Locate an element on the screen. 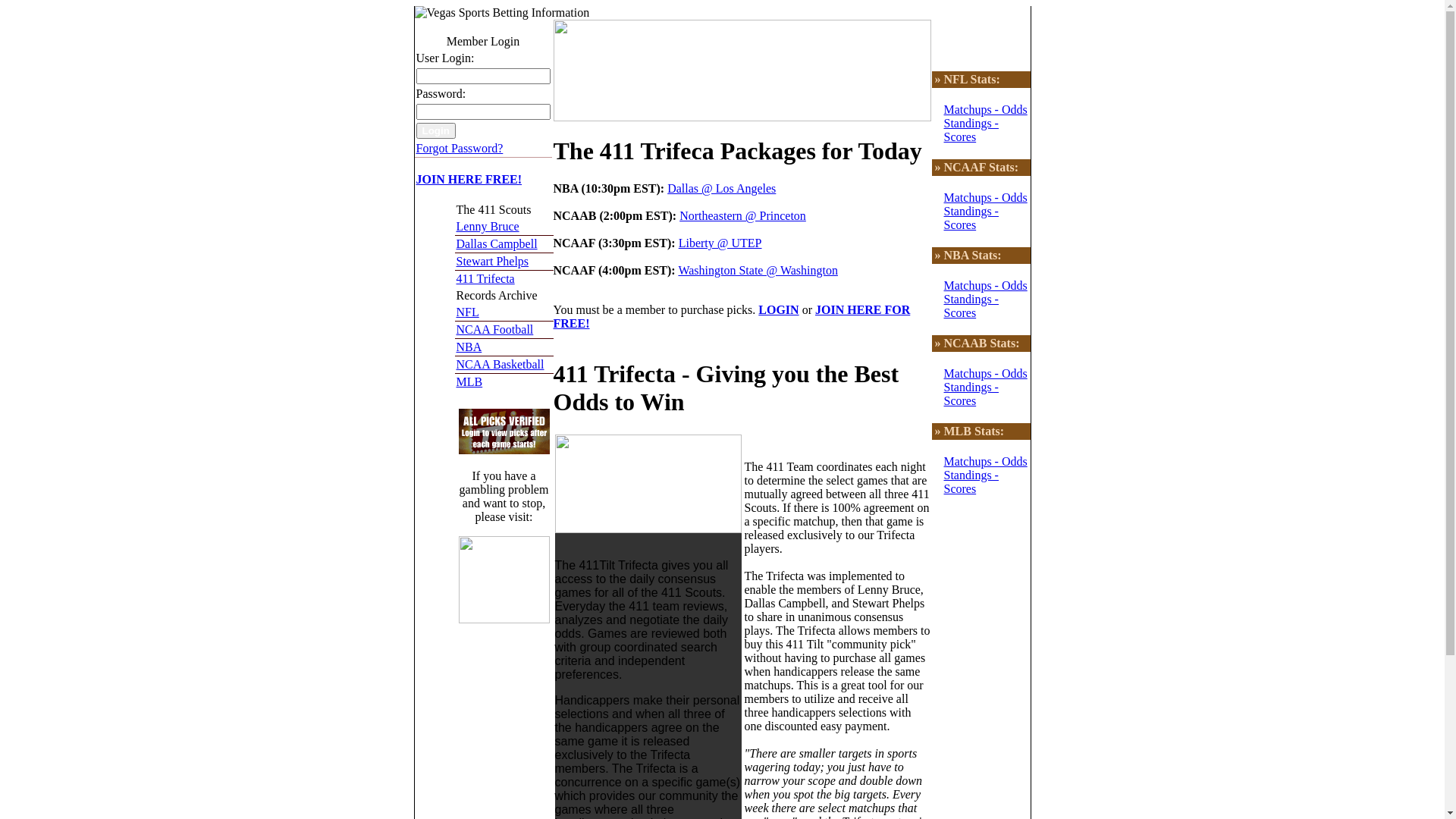  'JOIN HERE FOR FREE!' is located at coordinates (732, 315).